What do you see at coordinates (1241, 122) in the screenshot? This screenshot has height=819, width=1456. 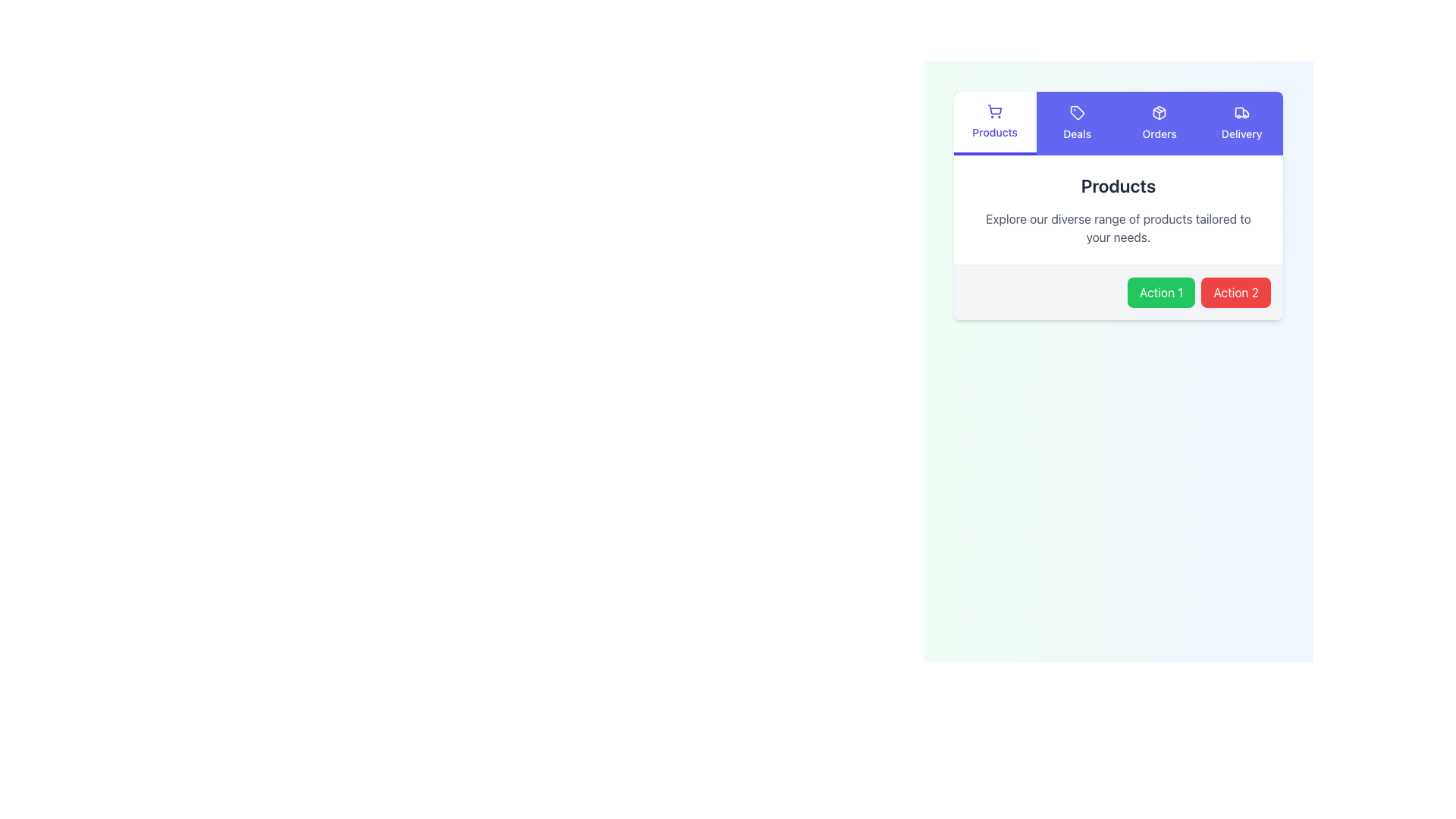 I see `the 'Delivery' tab button, which is the fourth in a row of tab buttons` at bounding box center [1241, 122].